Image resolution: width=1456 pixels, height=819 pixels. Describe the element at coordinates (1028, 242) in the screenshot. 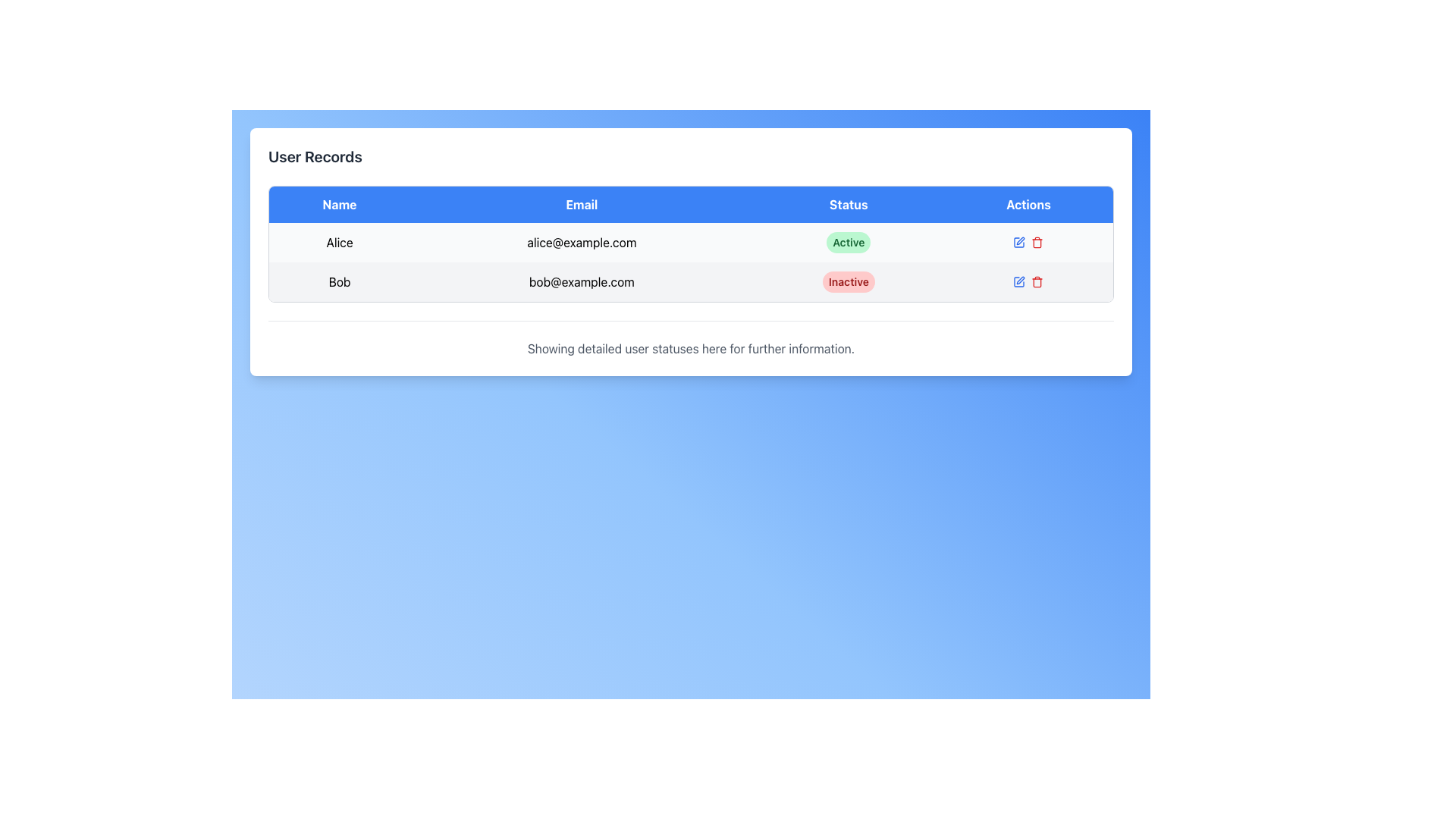

I see `the delete icon in the Actions column of the user row displaying user information for 'Alice'` at that location.